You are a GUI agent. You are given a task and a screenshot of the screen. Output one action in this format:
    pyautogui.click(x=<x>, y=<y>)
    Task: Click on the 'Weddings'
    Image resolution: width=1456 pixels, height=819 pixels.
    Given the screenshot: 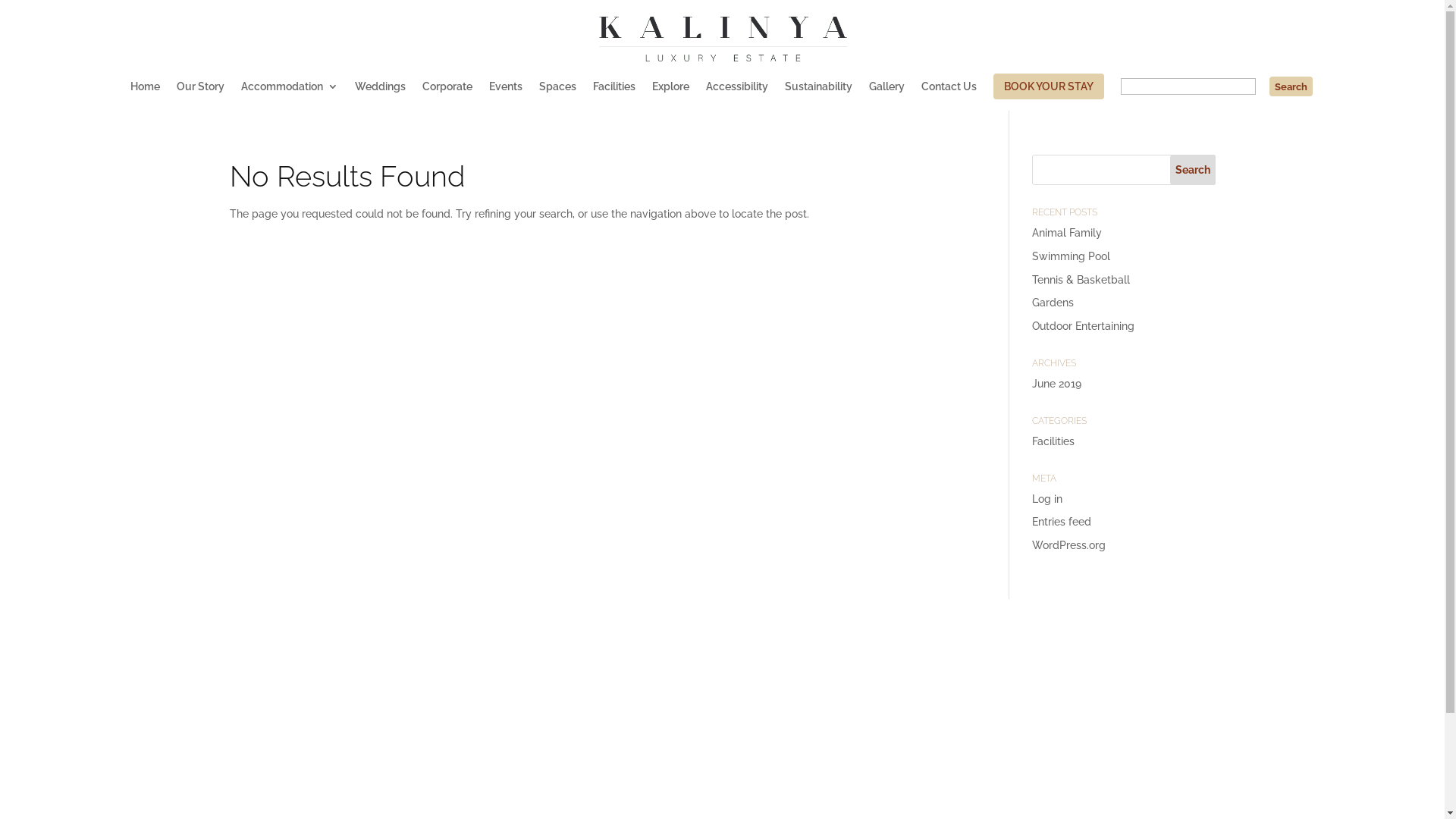 What is the action you would take?
    pyautogui.click(x=380, y=93)
    